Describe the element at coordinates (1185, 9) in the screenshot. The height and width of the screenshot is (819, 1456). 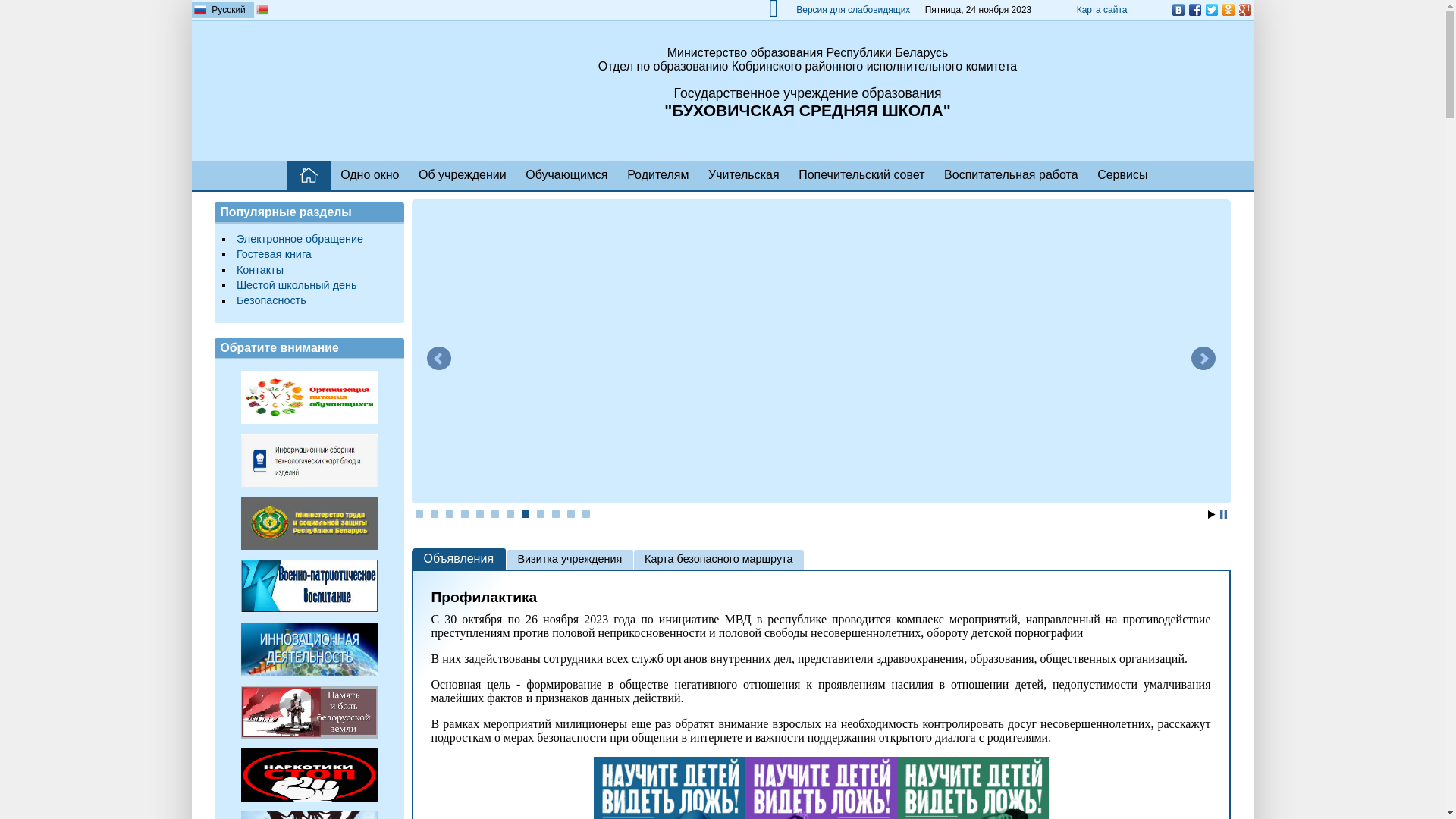
I see `'Facebook'` at that location.